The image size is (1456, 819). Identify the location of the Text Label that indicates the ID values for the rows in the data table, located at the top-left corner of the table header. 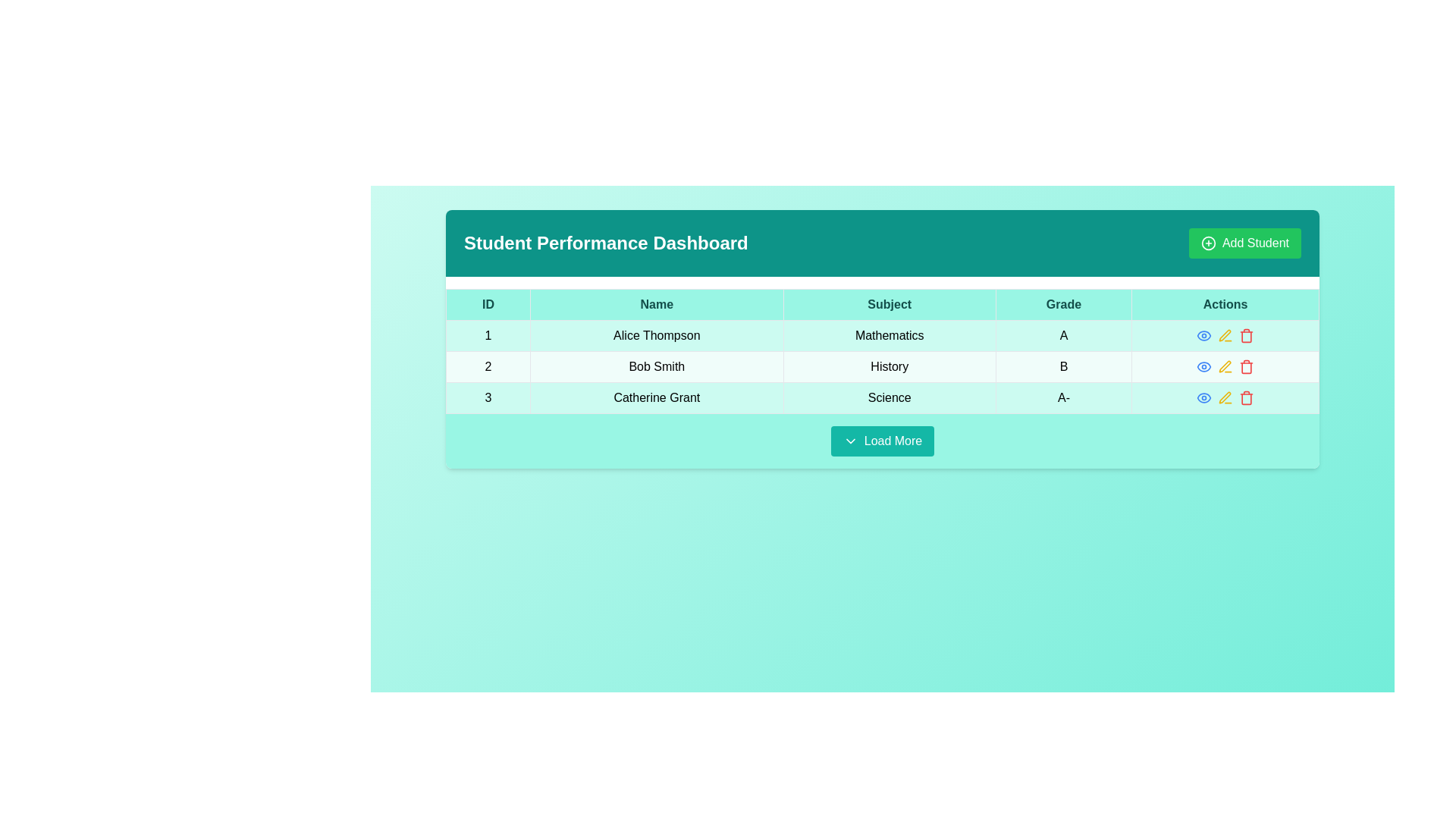
(488, 304).